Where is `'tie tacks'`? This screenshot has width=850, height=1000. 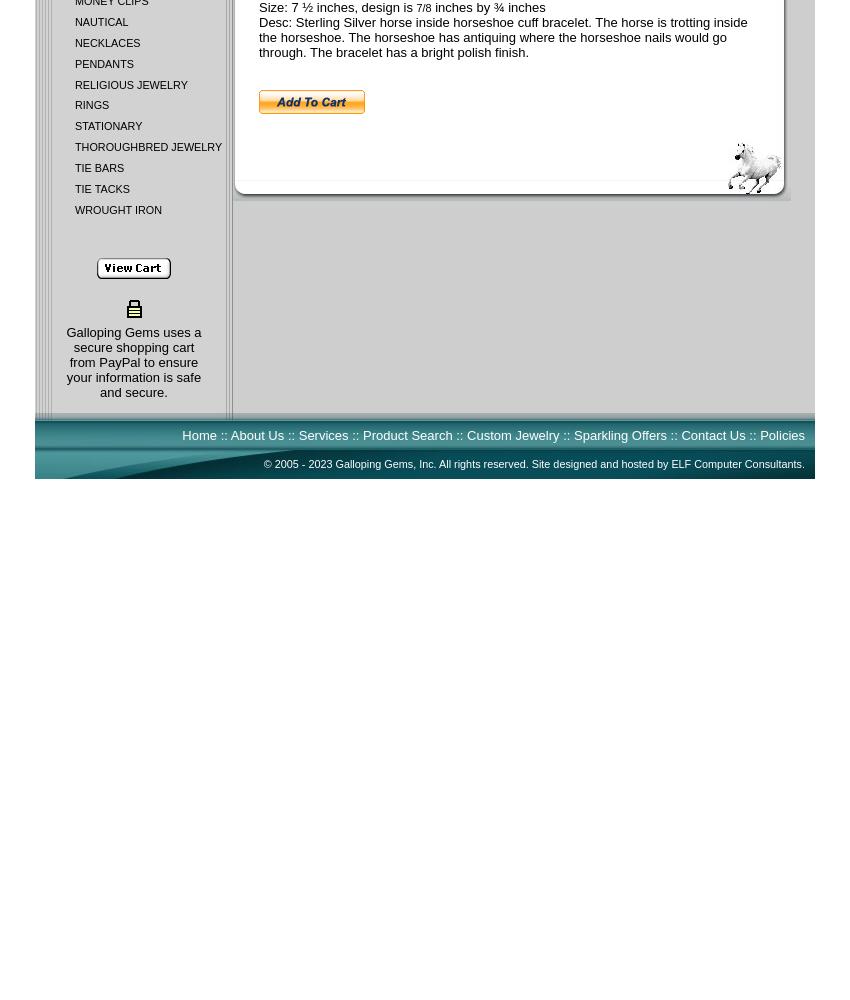 'tie tacks' is located at coordinates (101, 188).